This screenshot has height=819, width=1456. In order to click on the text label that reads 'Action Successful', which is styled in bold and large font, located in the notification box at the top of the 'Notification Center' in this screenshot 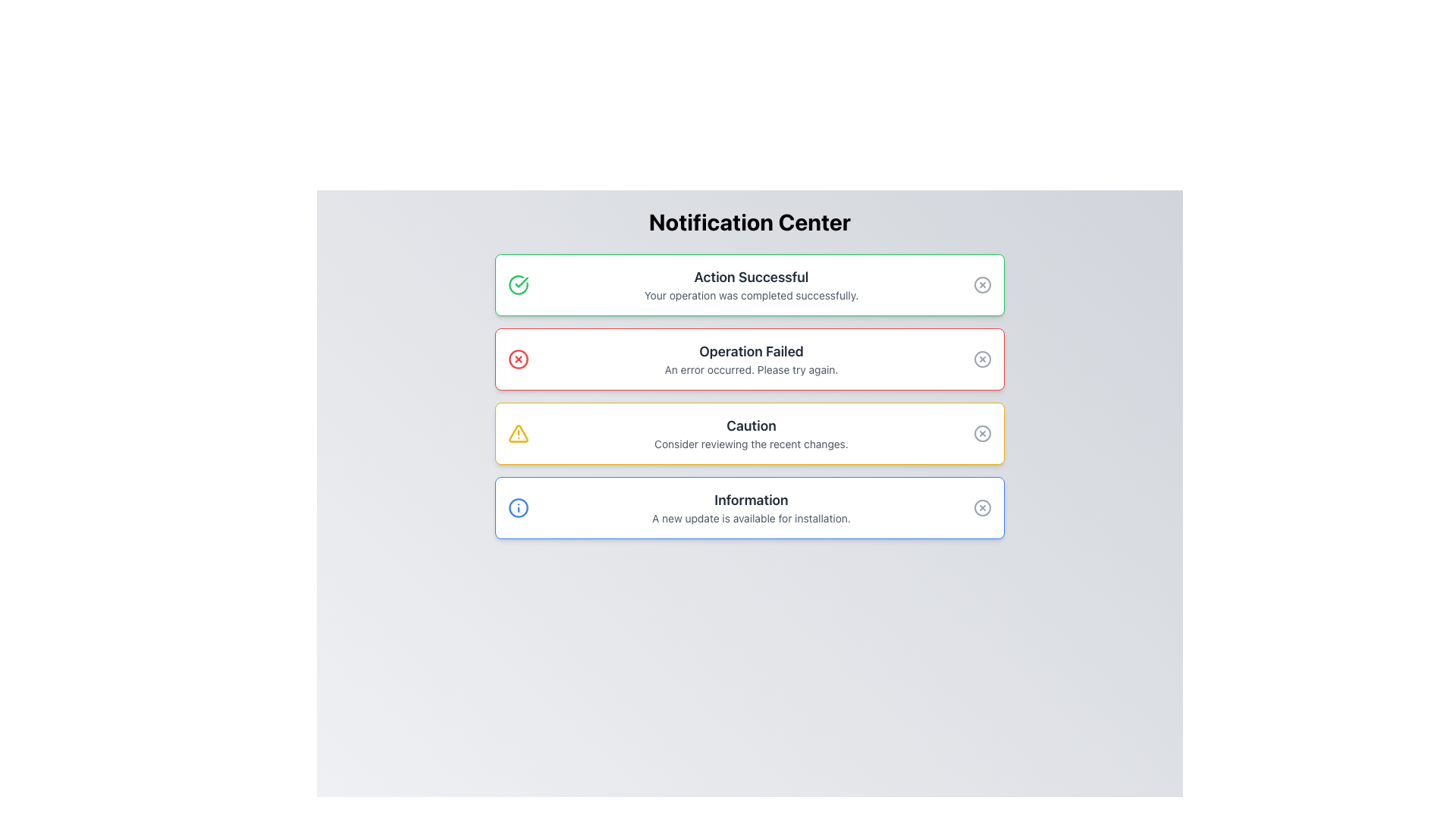, I will do `click(751, 278)`.